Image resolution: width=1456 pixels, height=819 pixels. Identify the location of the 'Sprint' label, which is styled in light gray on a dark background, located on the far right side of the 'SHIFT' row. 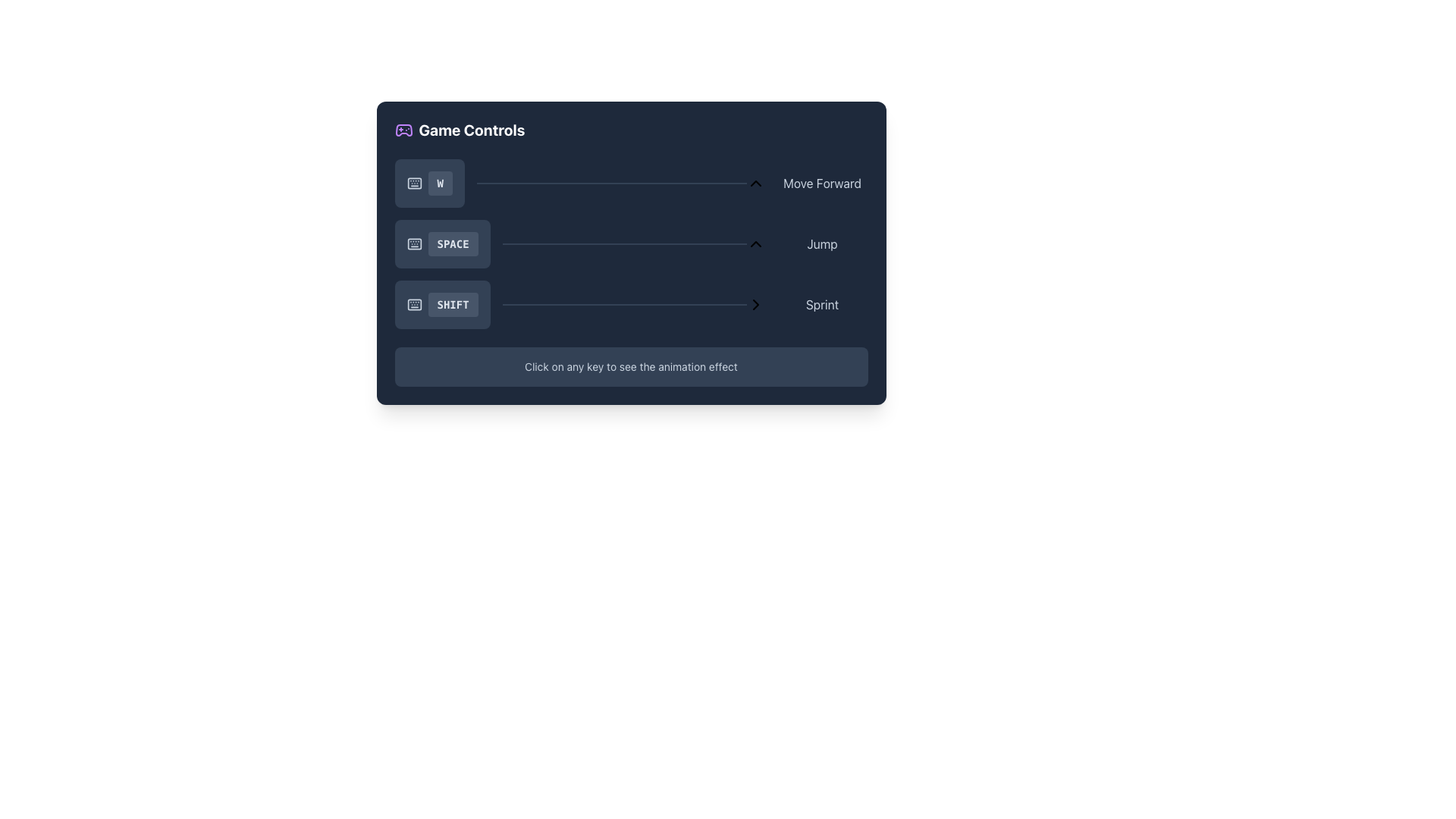
(821, 304).